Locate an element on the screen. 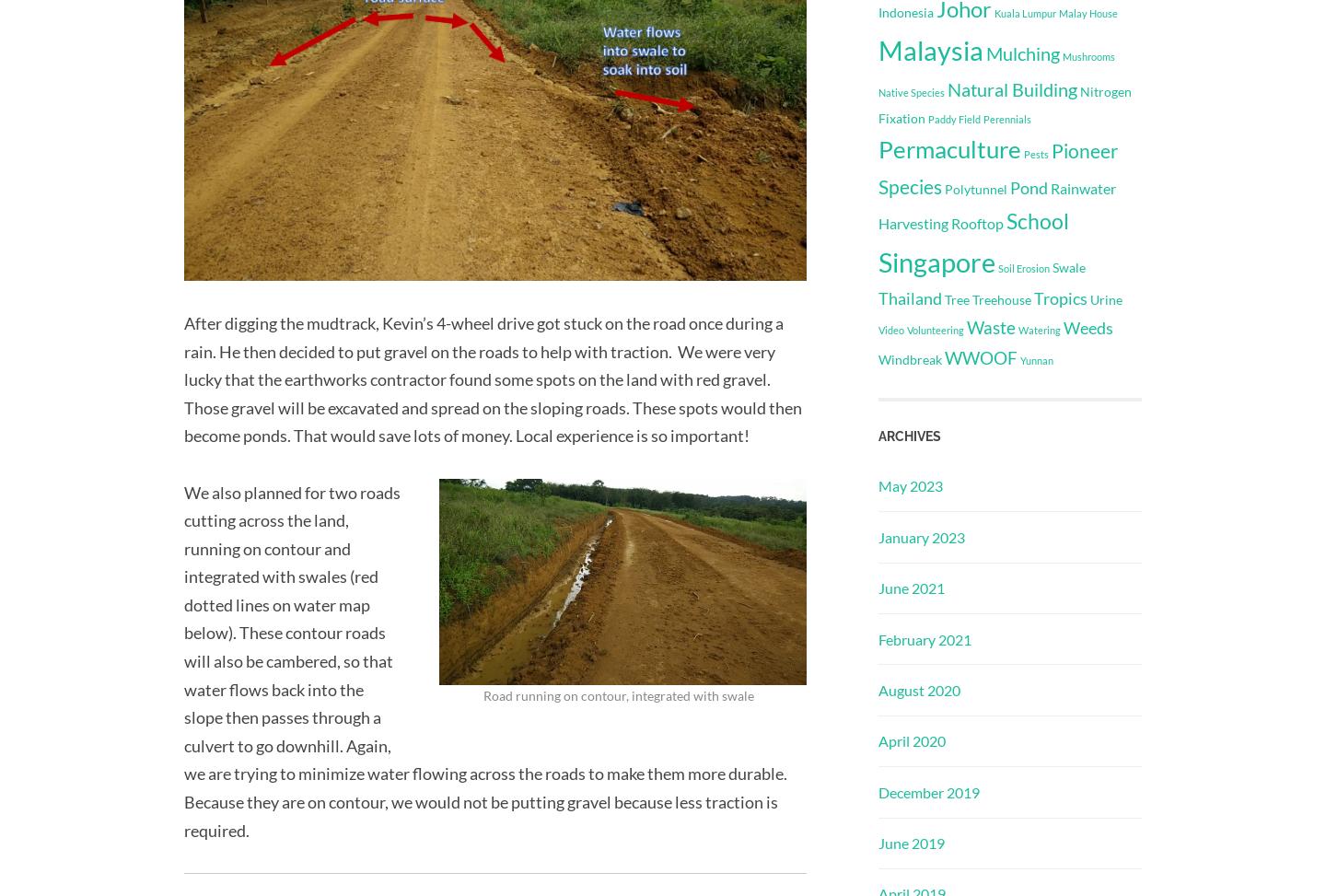 Image resolution: width=1326 pixels, height=896 pixels. 'Swale' is located at coordinates (1068, 267).